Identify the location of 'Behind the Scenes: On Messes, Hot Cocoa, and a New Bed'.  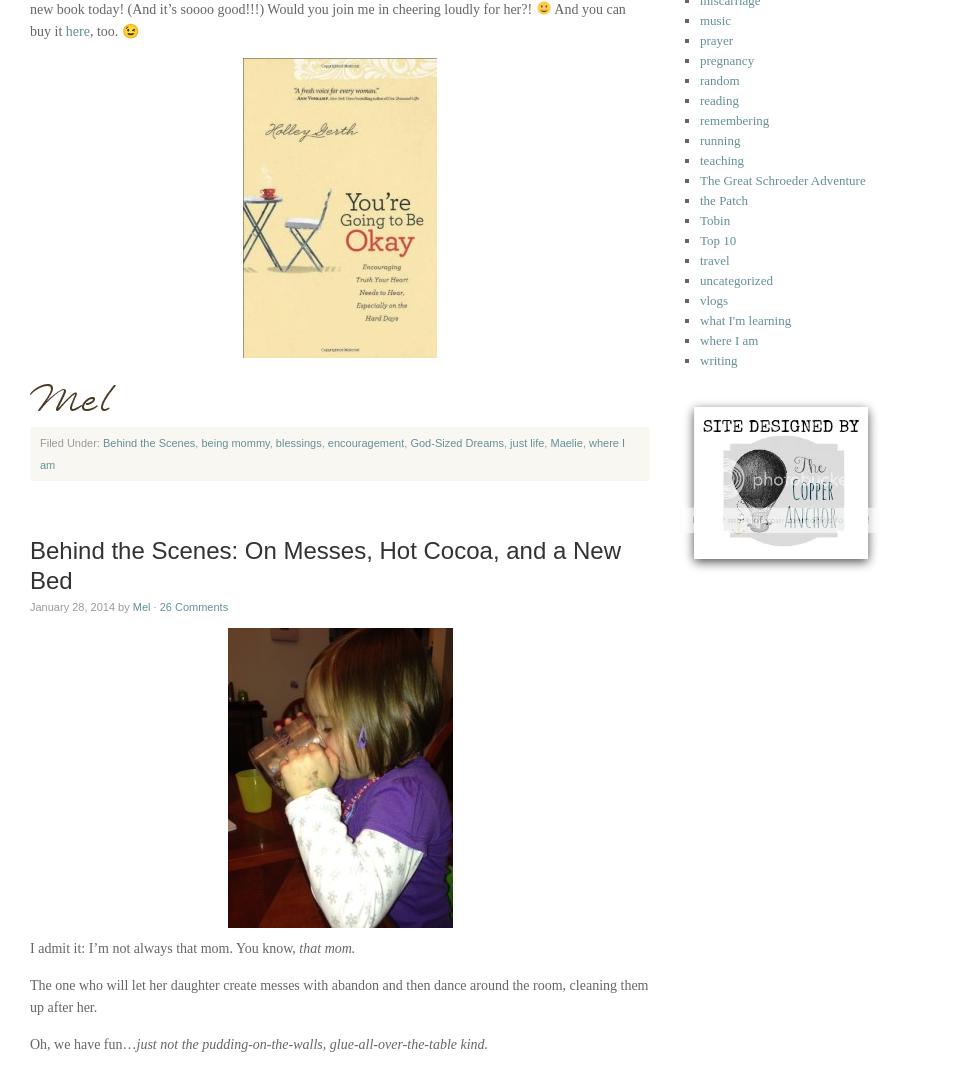
(324, 565).